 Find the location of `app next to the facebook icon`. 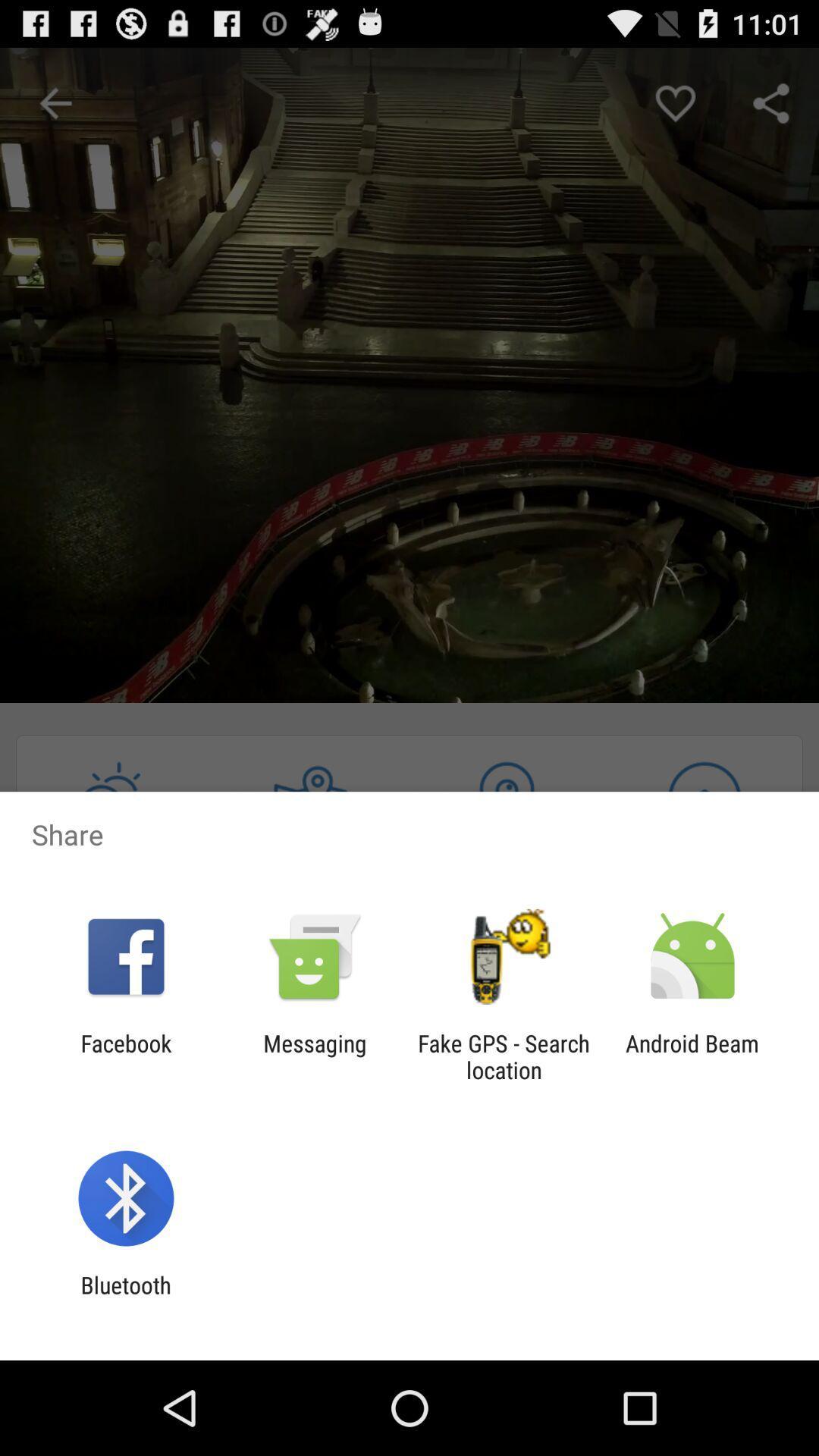

app next to the facebook icon is located at coordinates (314, 1056).